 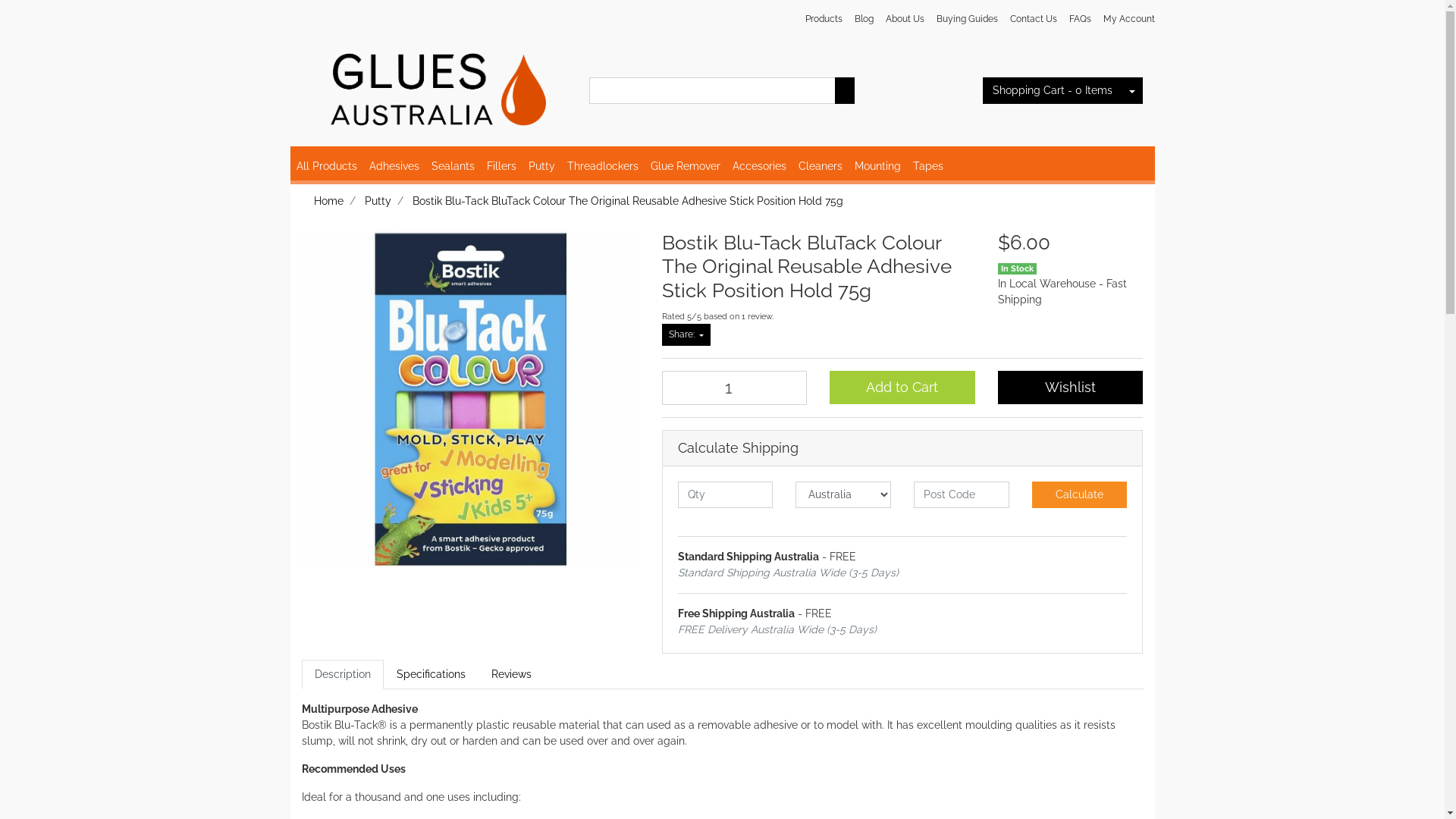 I want to click on 'FAQs', so click(x=1079, y=18).